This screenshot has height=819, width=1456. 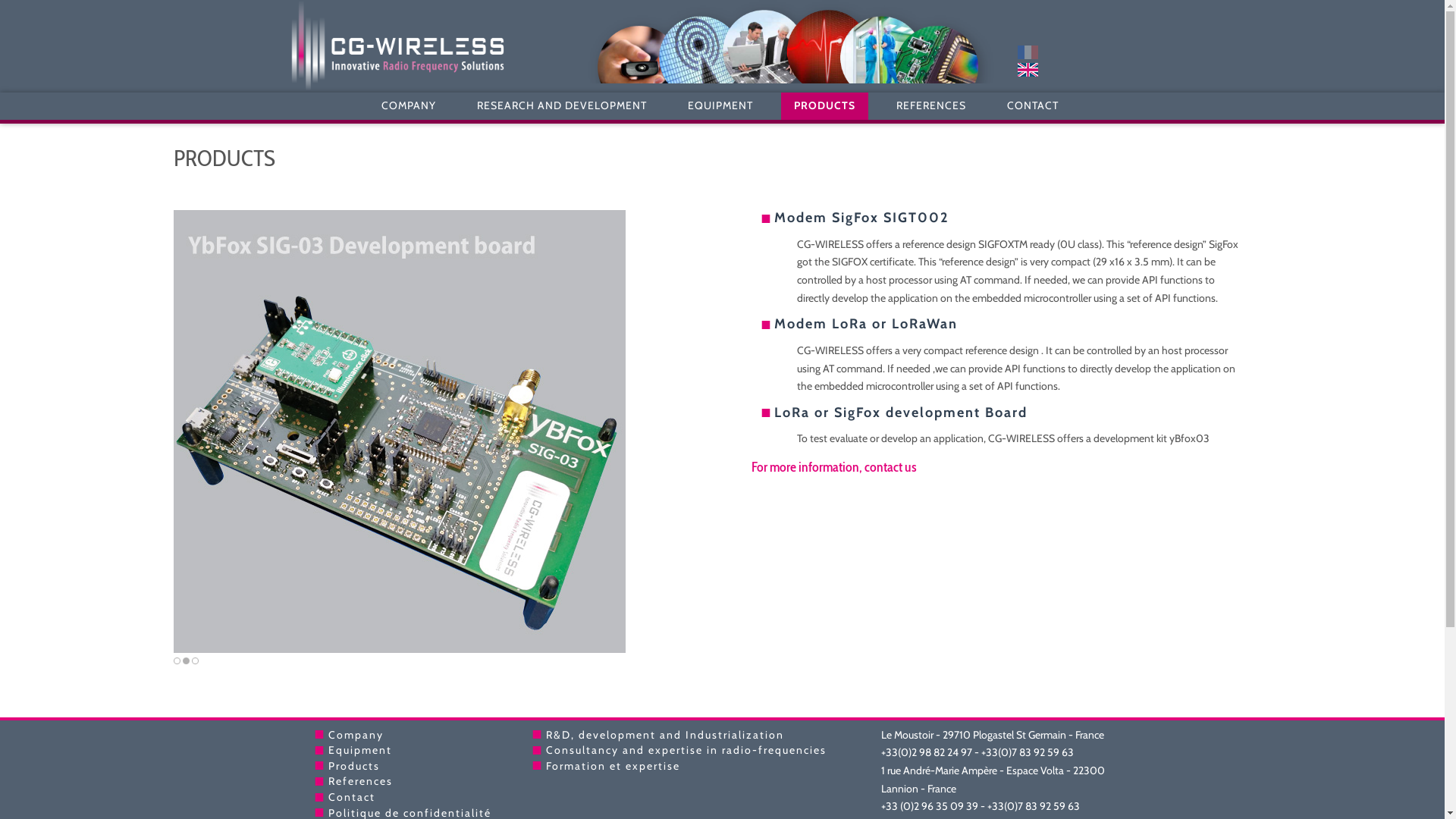 What do you see at coordinates (194, 660) in the screenshot?
I see `'3'` at bounding box center [194, 660].